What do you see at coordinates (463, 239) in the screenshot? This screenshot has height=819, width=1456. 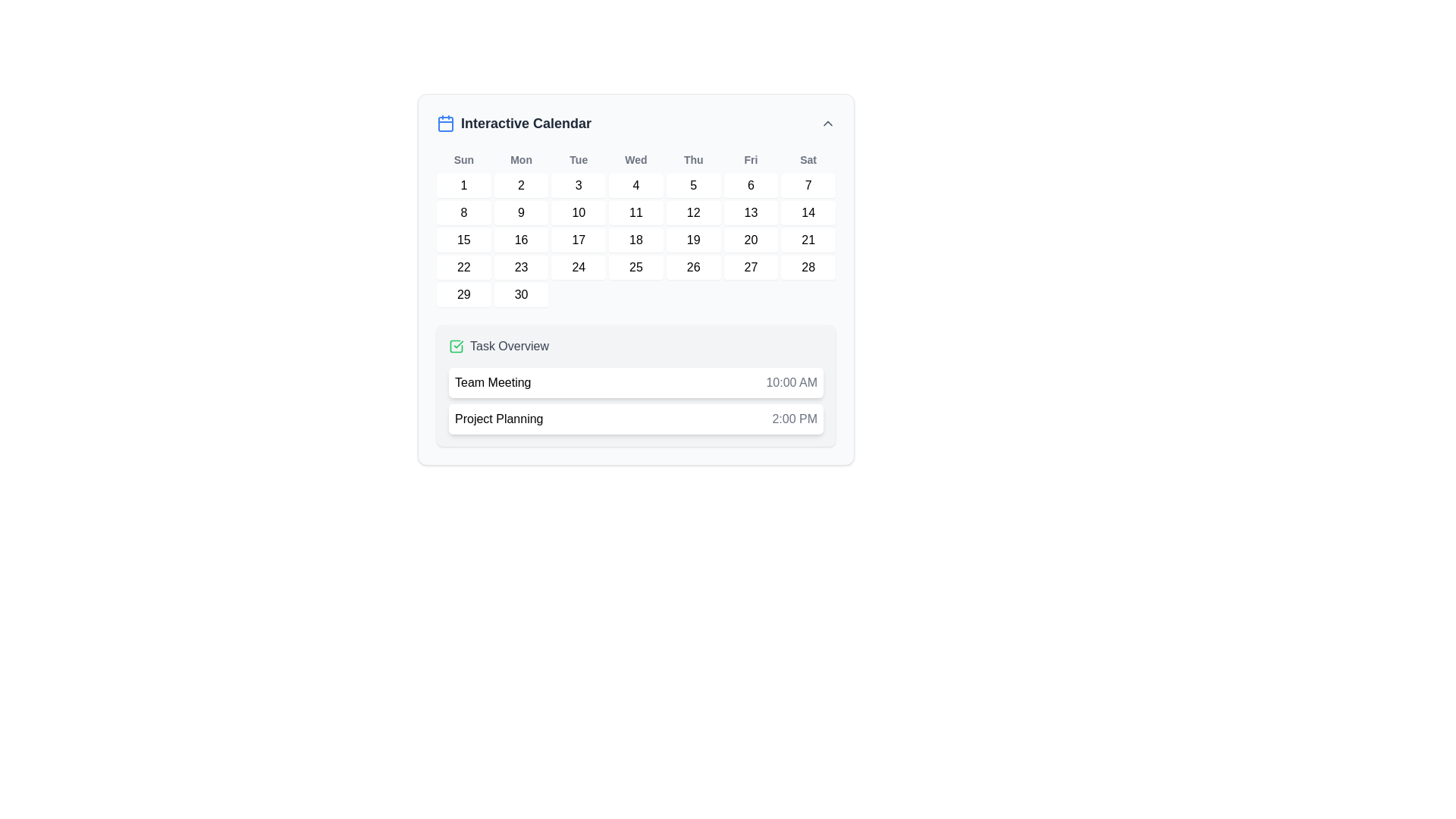 I see `the calendar button representing the date '15'` at bounding box center [463, 239].